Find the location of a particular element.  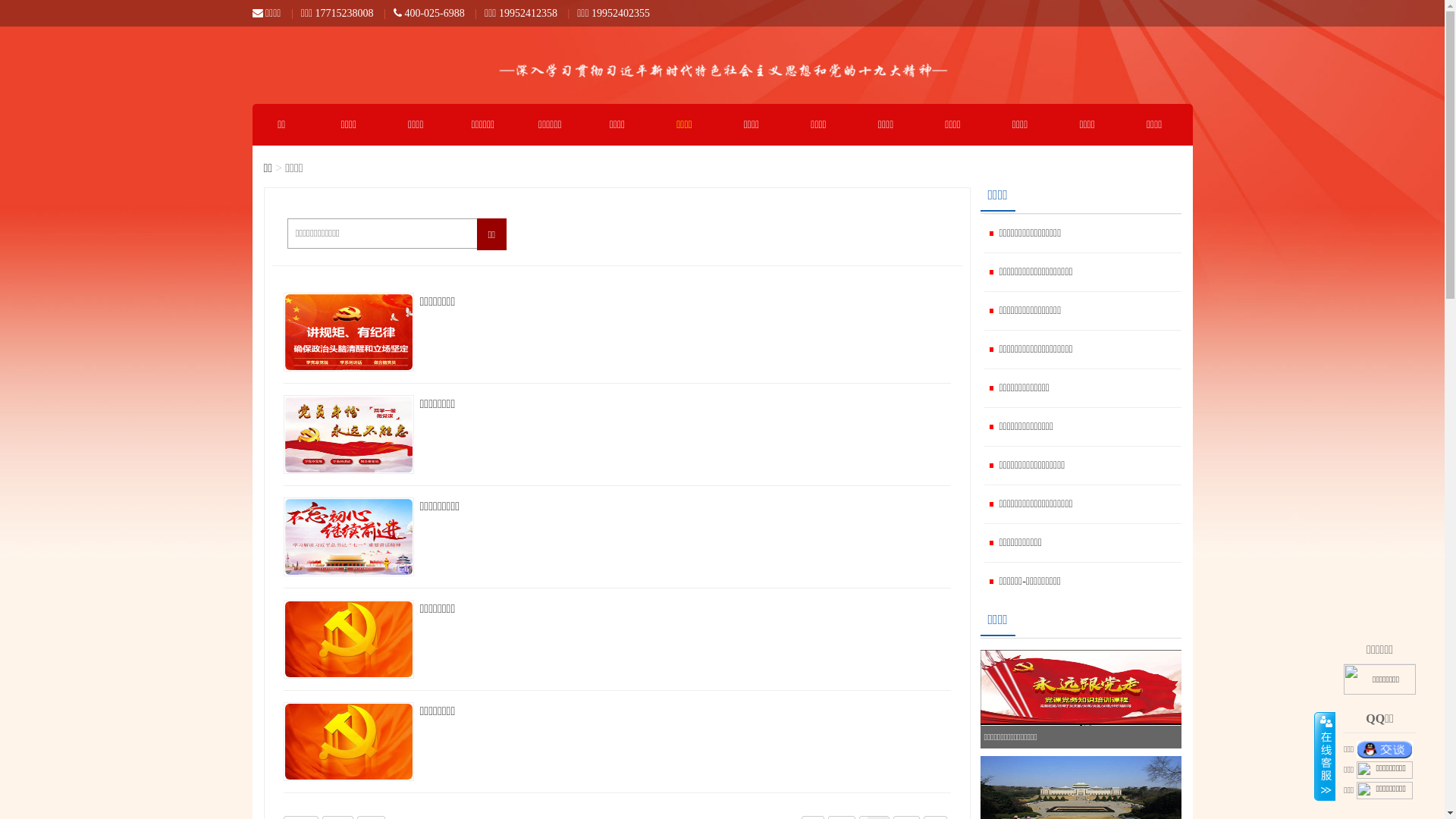

'400-025-6988' is located at coordinates (428, 13).